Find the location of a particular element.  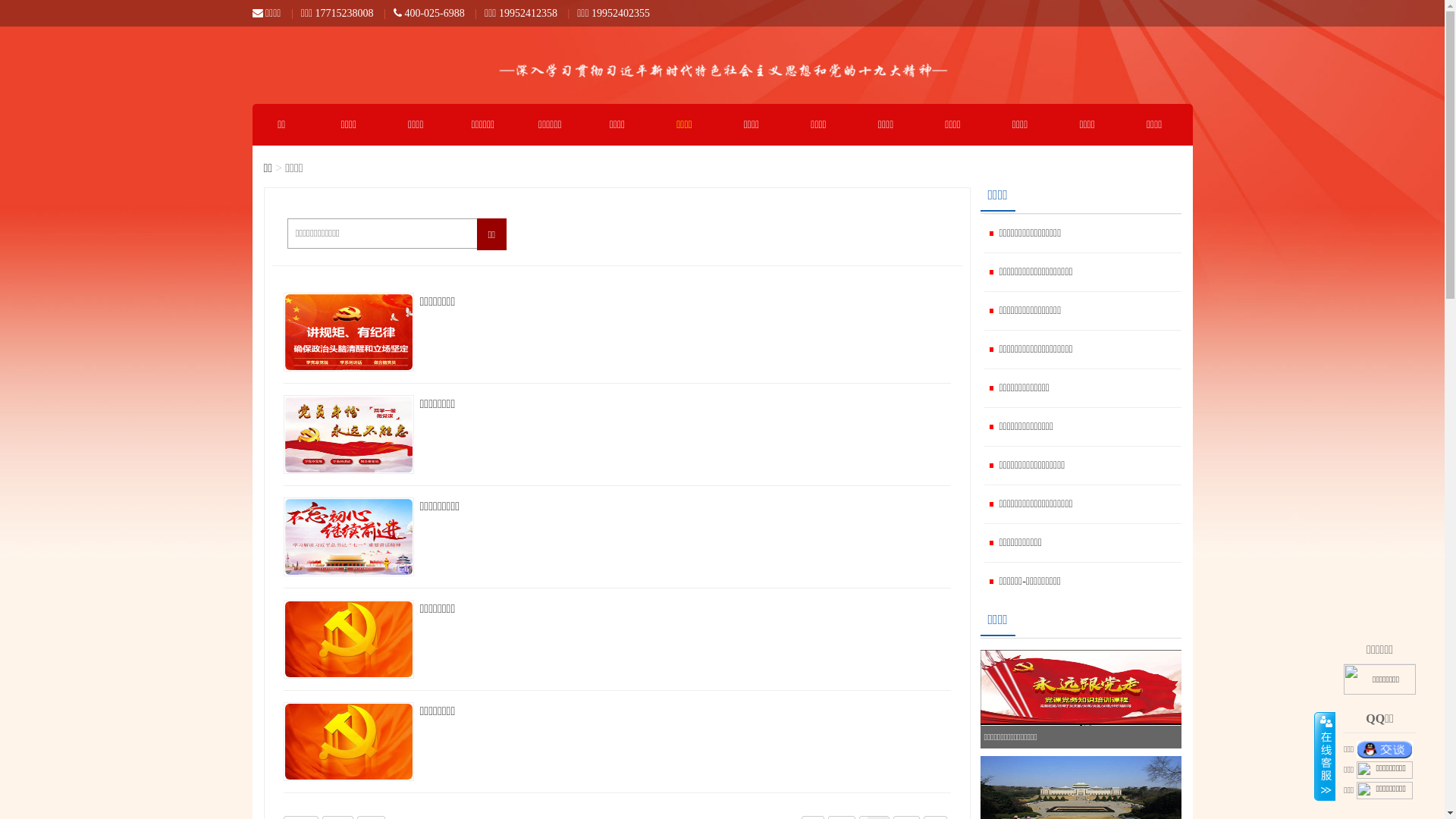

'400-025-6988' is located at coordinates (428, 13).